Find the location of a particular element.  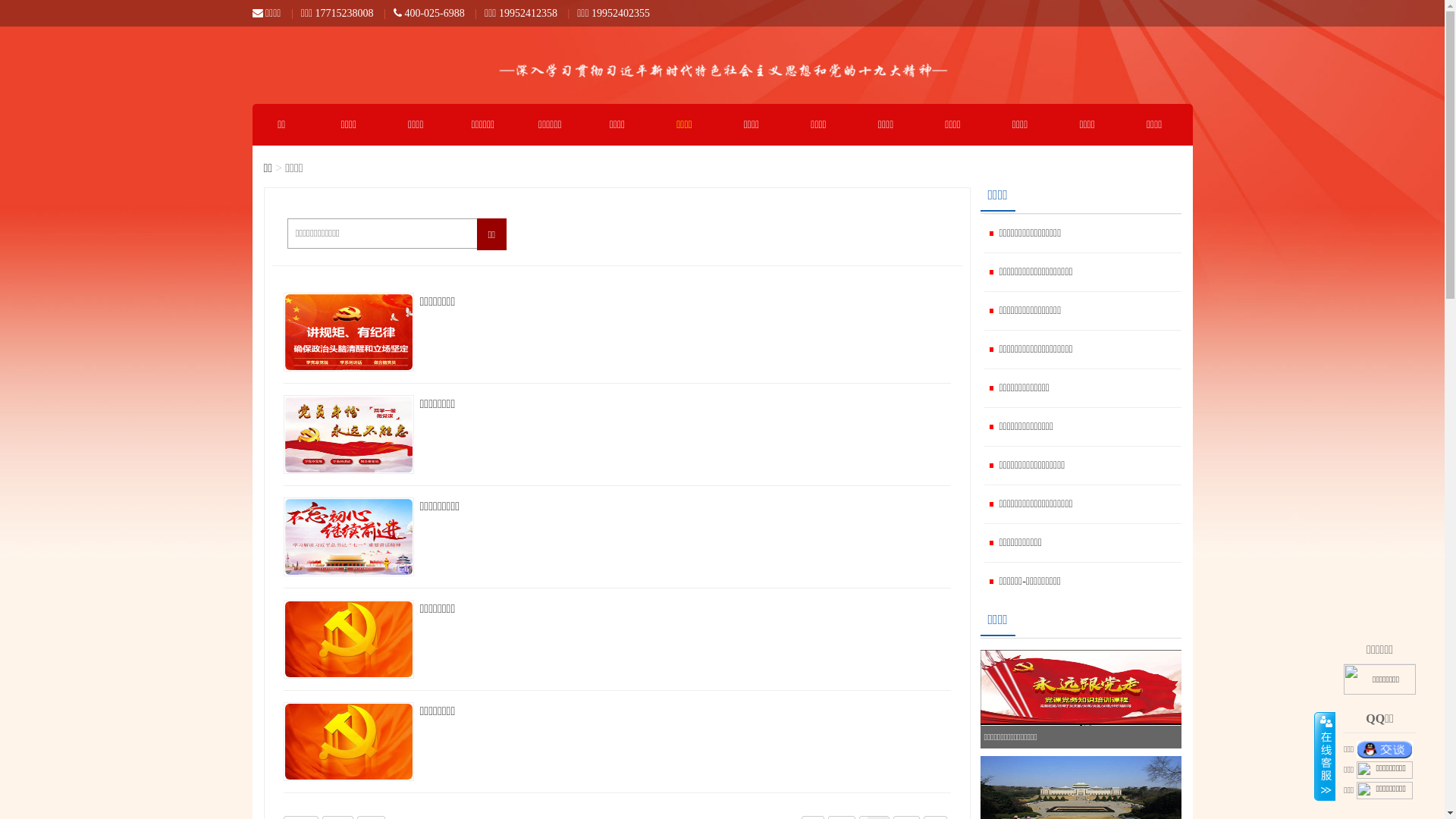

'400-025-6988' is located at coordinates (428, 13).